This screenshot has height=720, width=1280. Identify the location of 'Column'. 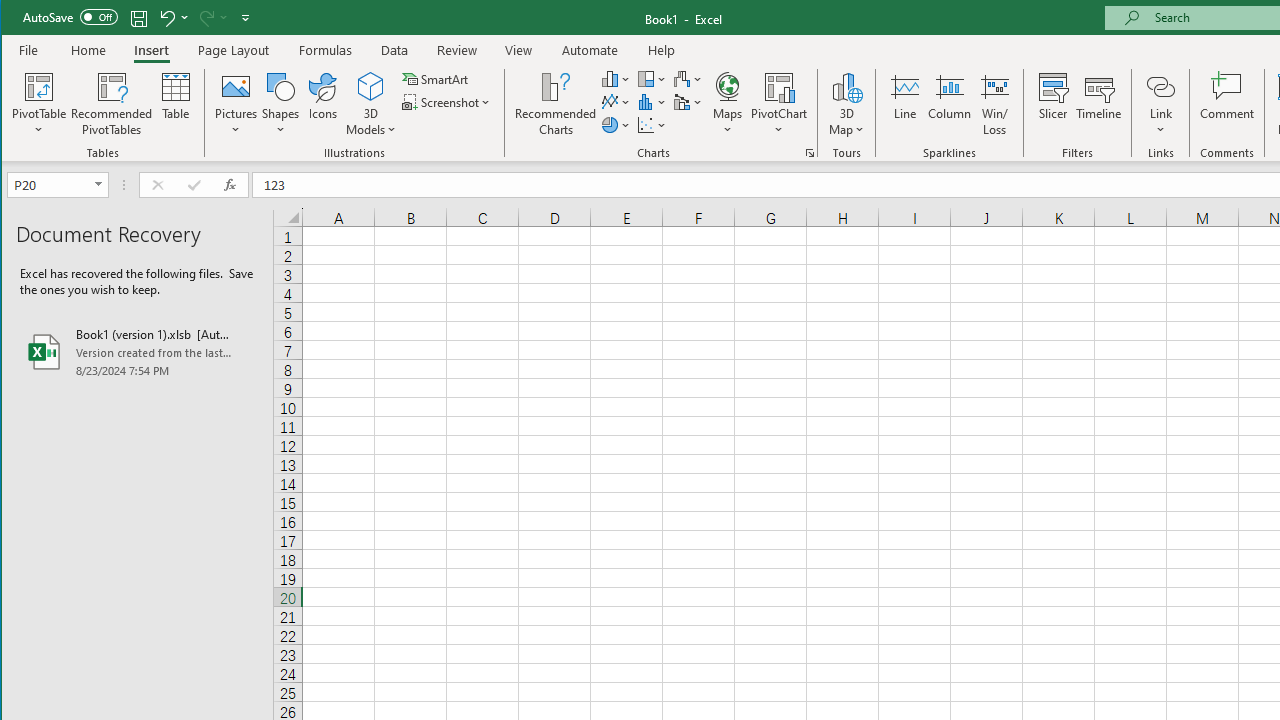
(948, 104).